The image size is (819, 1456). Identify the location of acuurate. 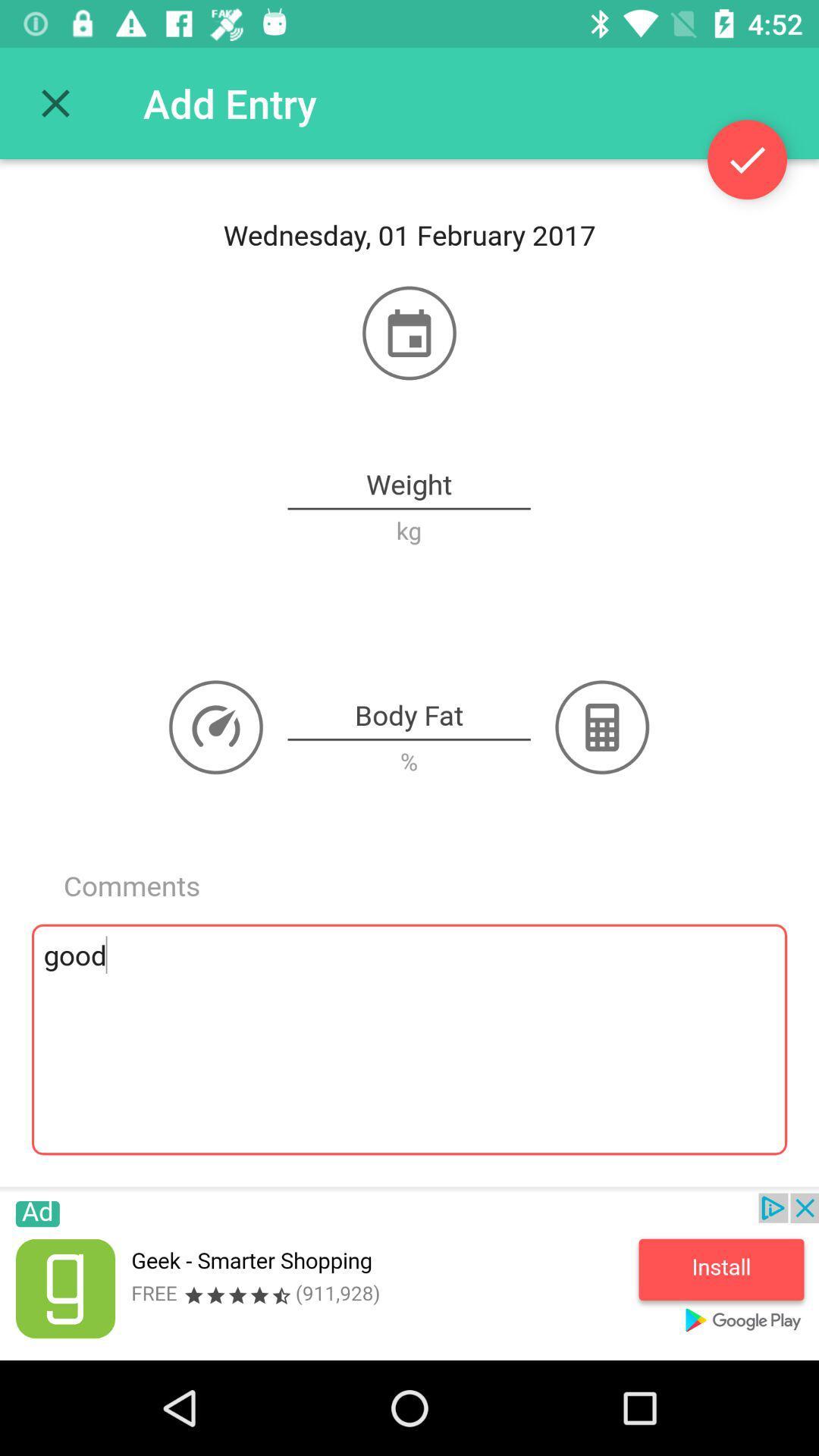
(746, 159).